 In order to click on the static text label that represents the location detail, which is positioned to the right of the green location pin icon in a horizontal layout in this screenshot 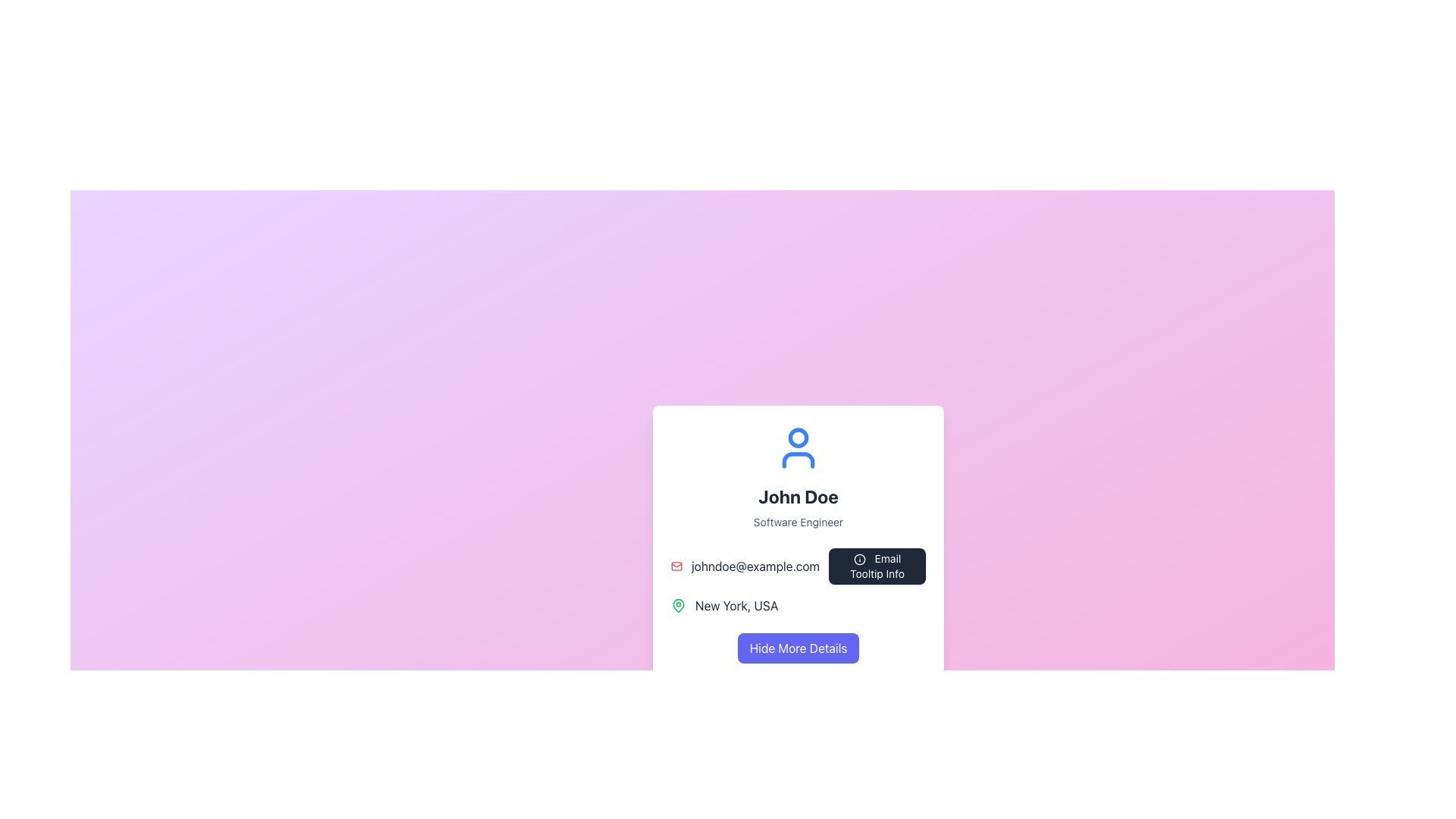, I will do `click(736, 604)`.